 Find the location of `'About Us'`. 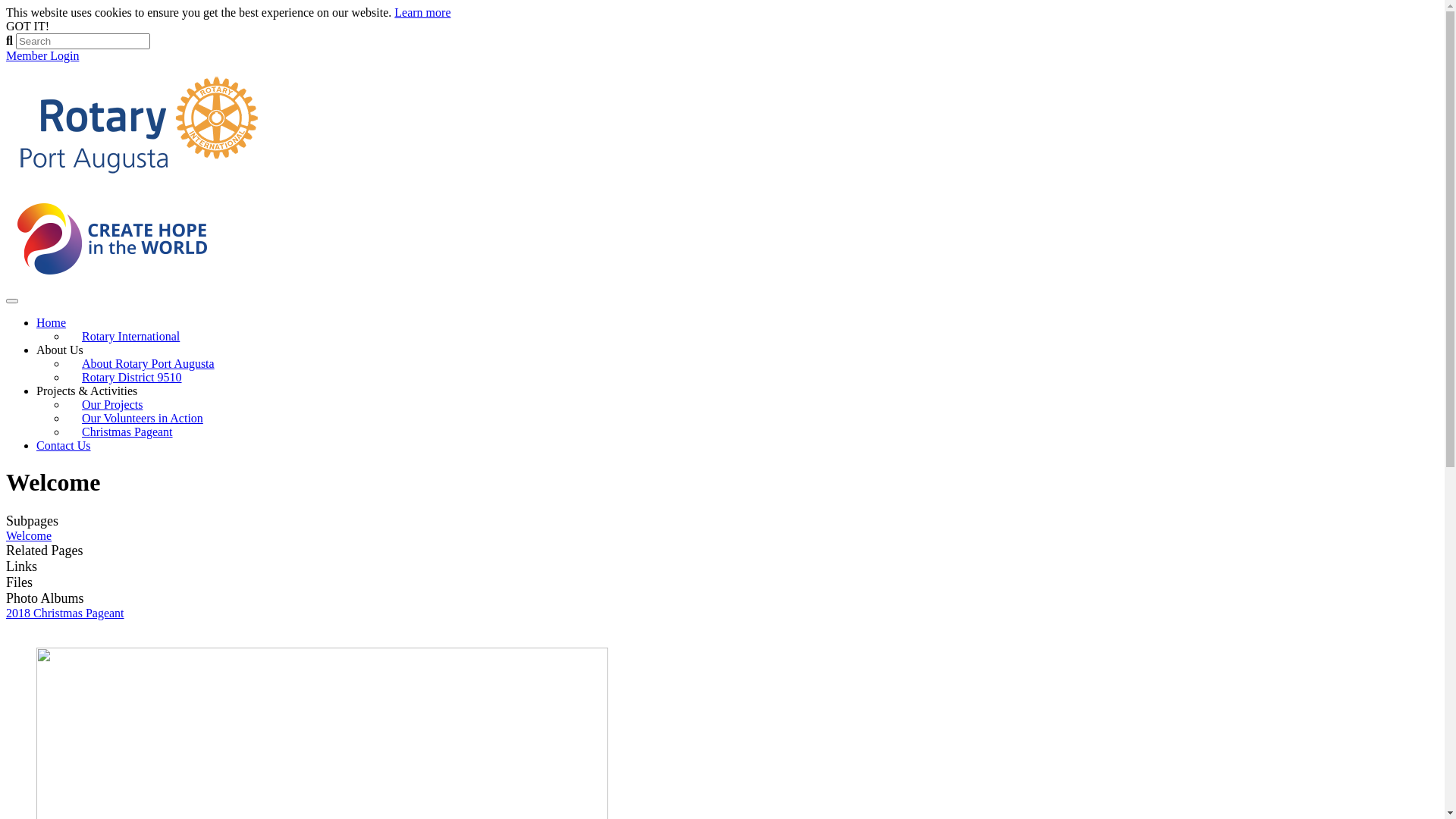

'About Us' is located at coordinates (59, 350).